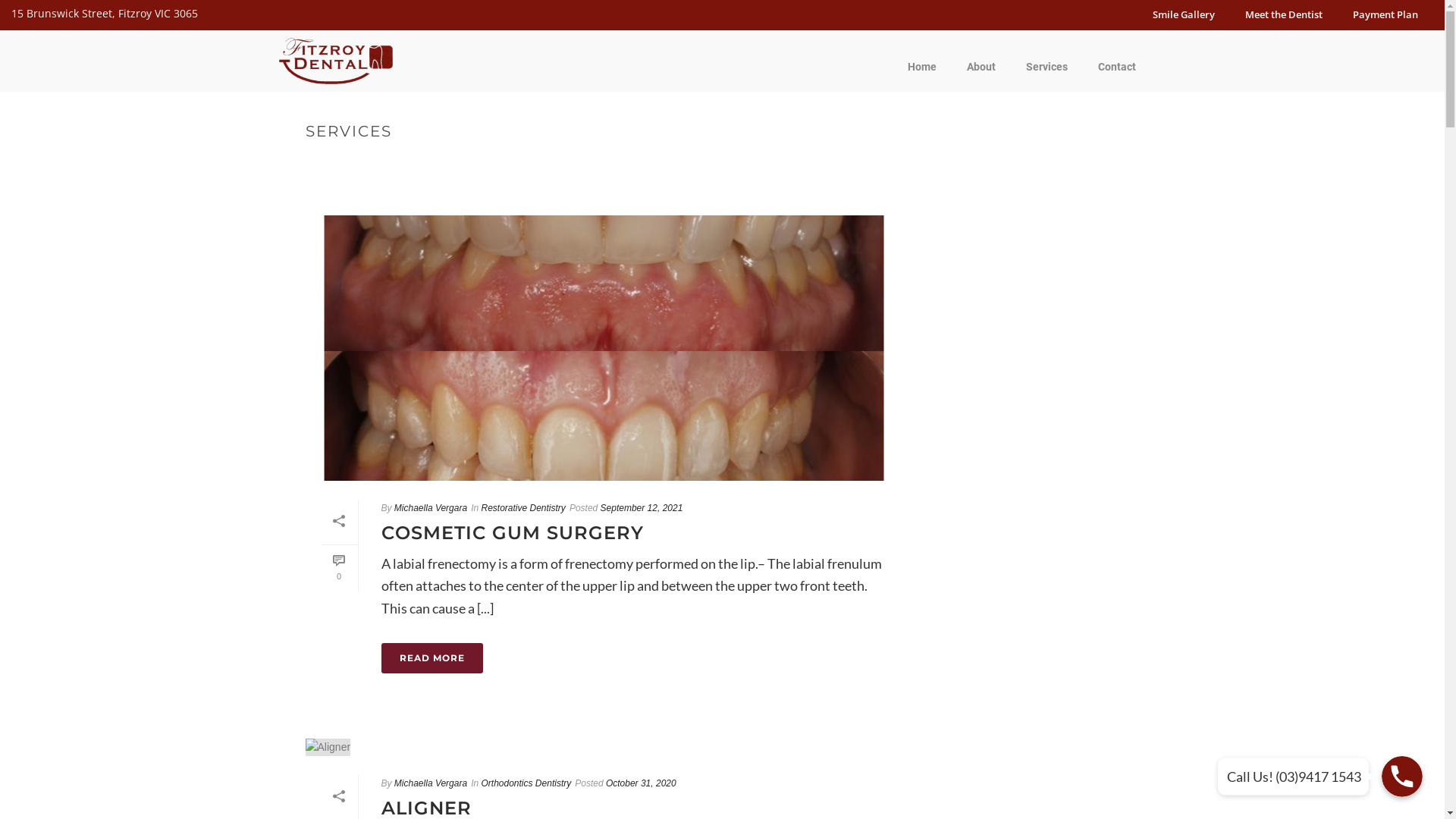 Image resolution: width=1456 pixels, height=819 pixels. What do you see at coordinates (604, 783) in the screenshot?
I see `'October 31, 2020'` at bounding box center [604, 783].